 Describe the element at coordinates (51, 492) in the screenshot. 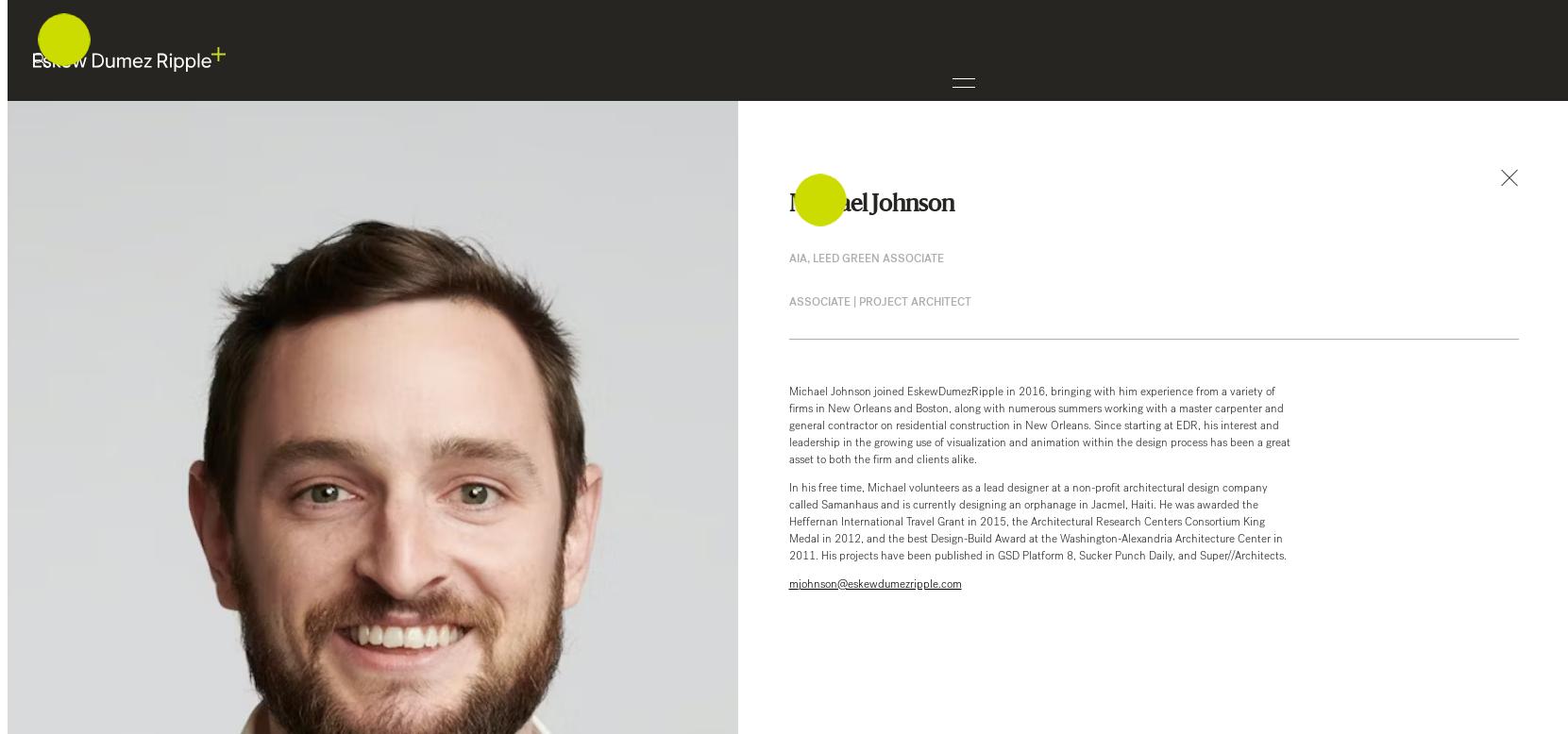

I see `'Address'` at that location.